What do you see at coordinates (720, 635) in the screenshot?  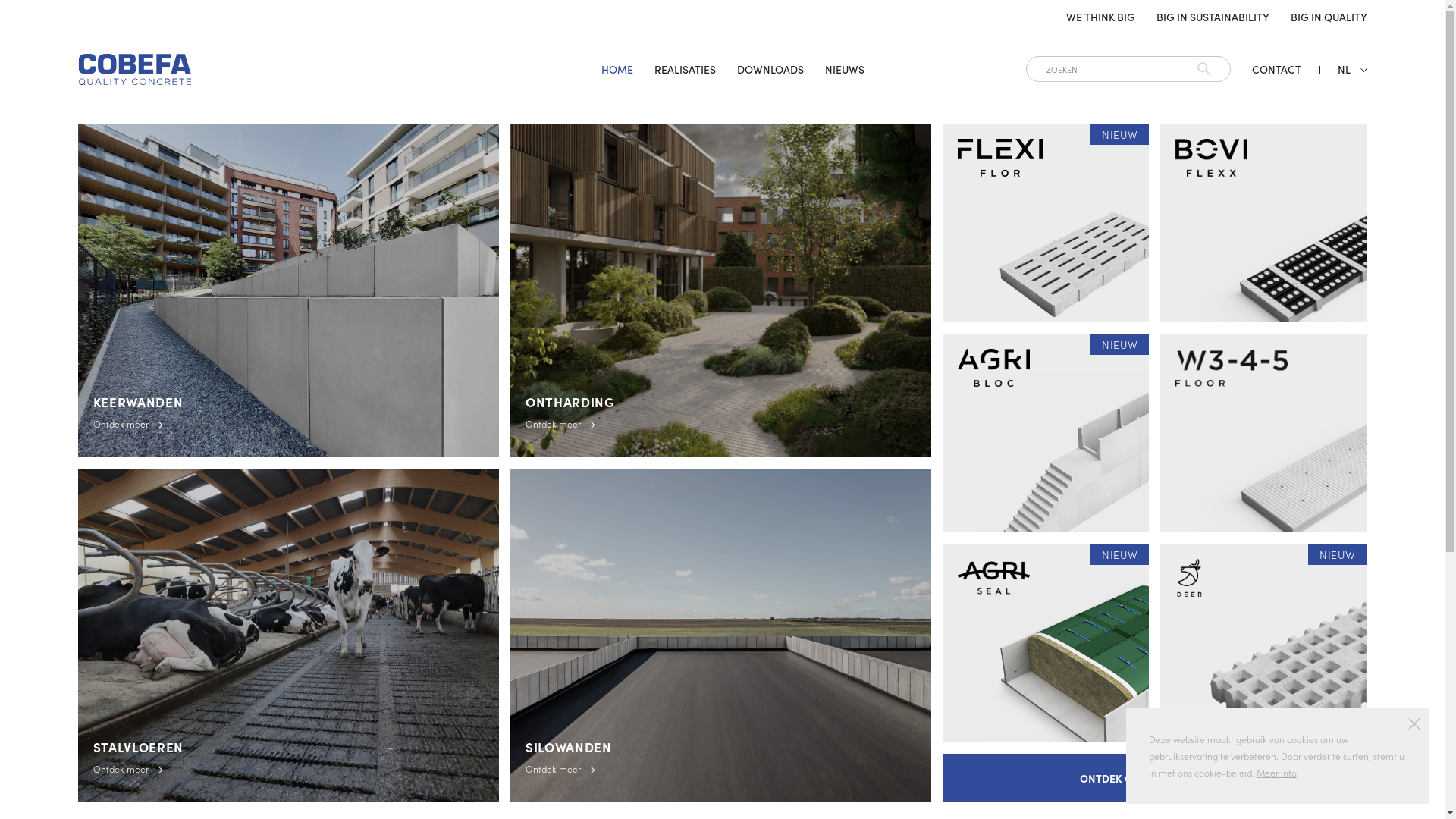 I see `'SILOWANDEN` at bounding box center [720, 635].